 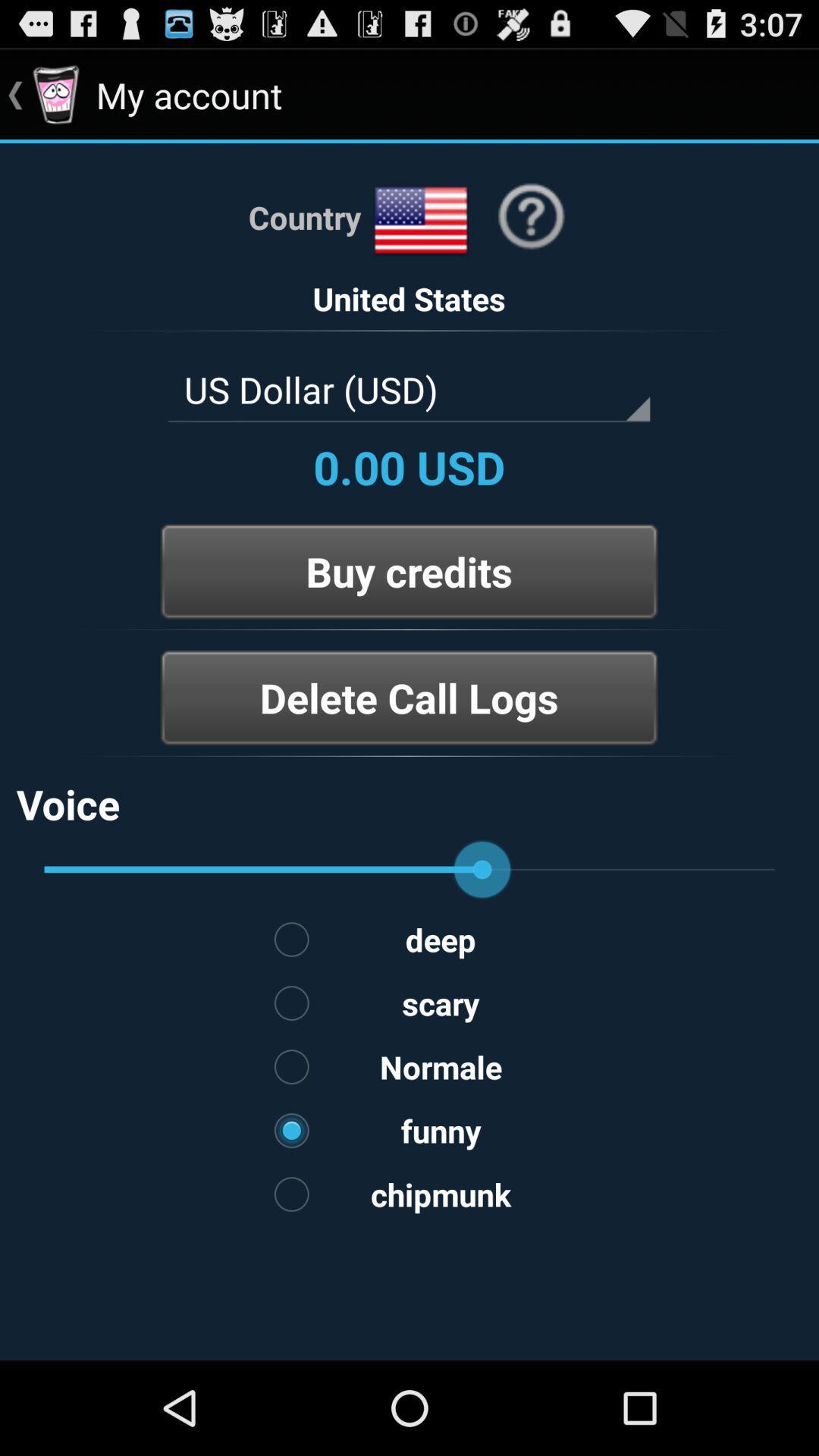 What do you see at coordinates (421, 236) in the screenshot?
I see `the national_flag icon` at bounding box center [421, 236].